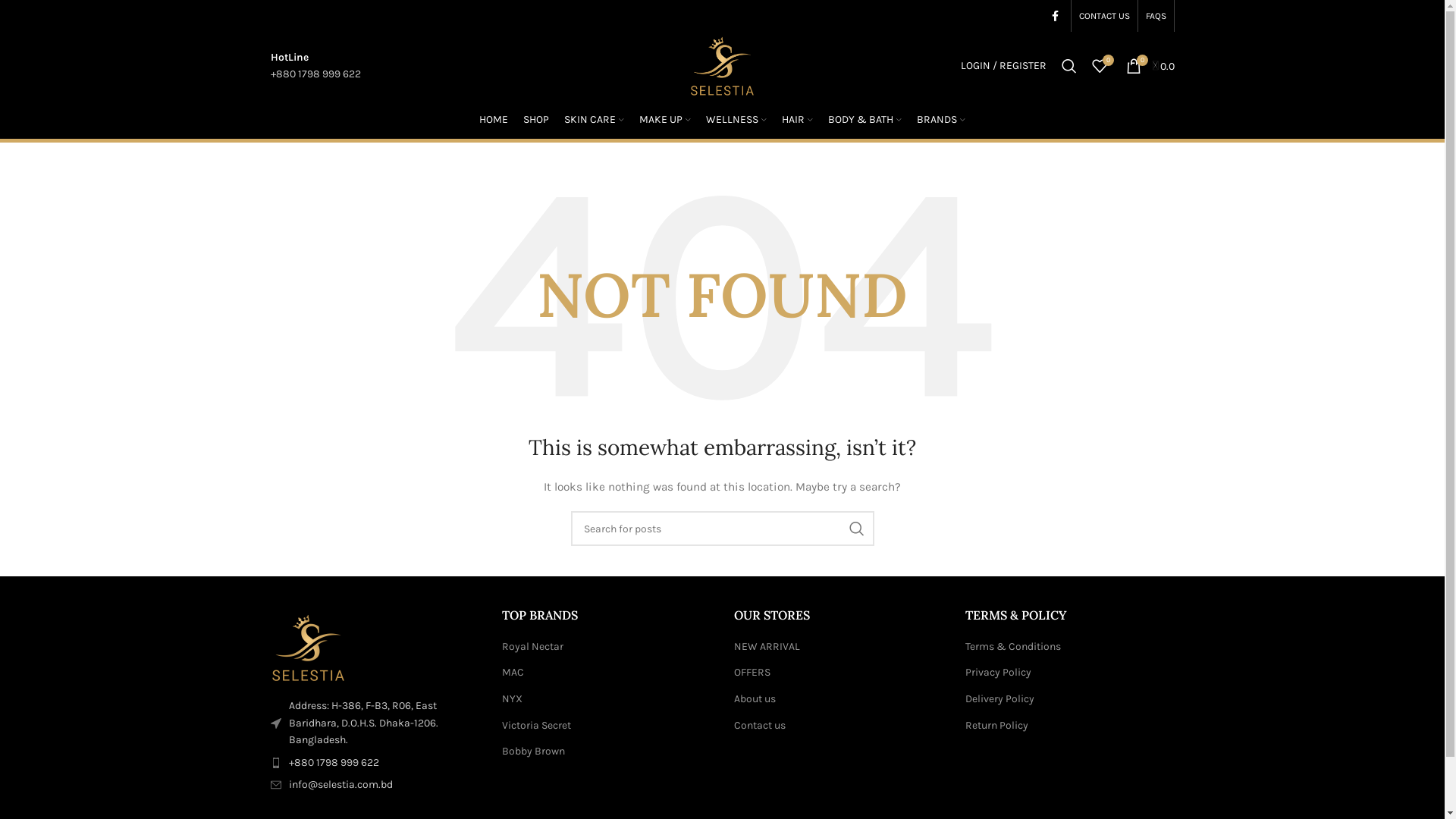  What do you see at coordinates (1003, 65) in the screenshot?
I see `'LOGIN / REGISTER'` at bounding box center [1003, 65].